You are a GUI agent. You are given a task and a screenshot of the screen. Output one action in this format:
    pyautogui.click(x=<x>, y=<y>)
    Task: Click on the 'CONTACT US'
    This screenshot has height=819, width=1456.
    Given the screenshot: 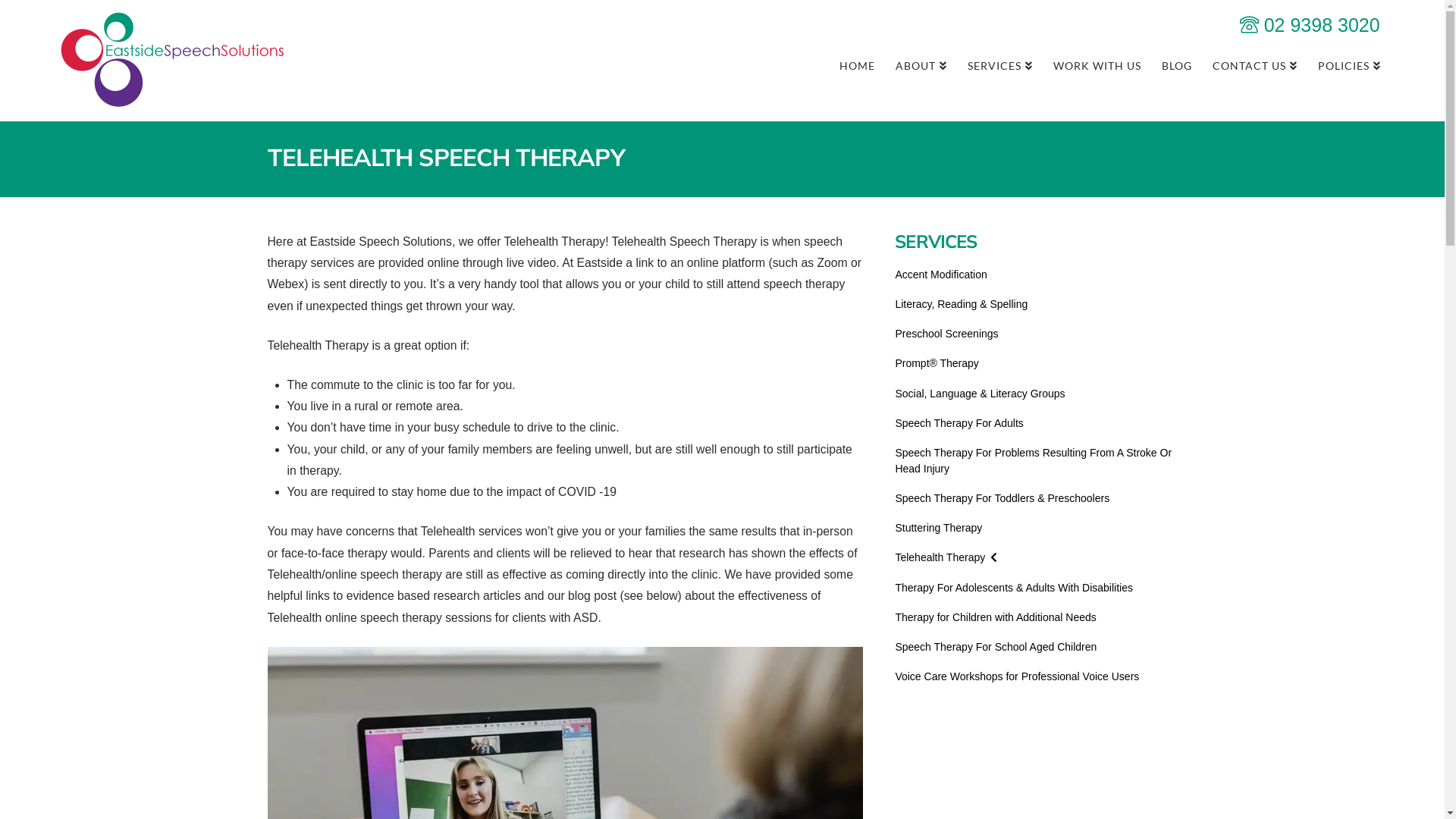 What is the action you would take?
    pyautogui.click(x=1254, y=63)
    